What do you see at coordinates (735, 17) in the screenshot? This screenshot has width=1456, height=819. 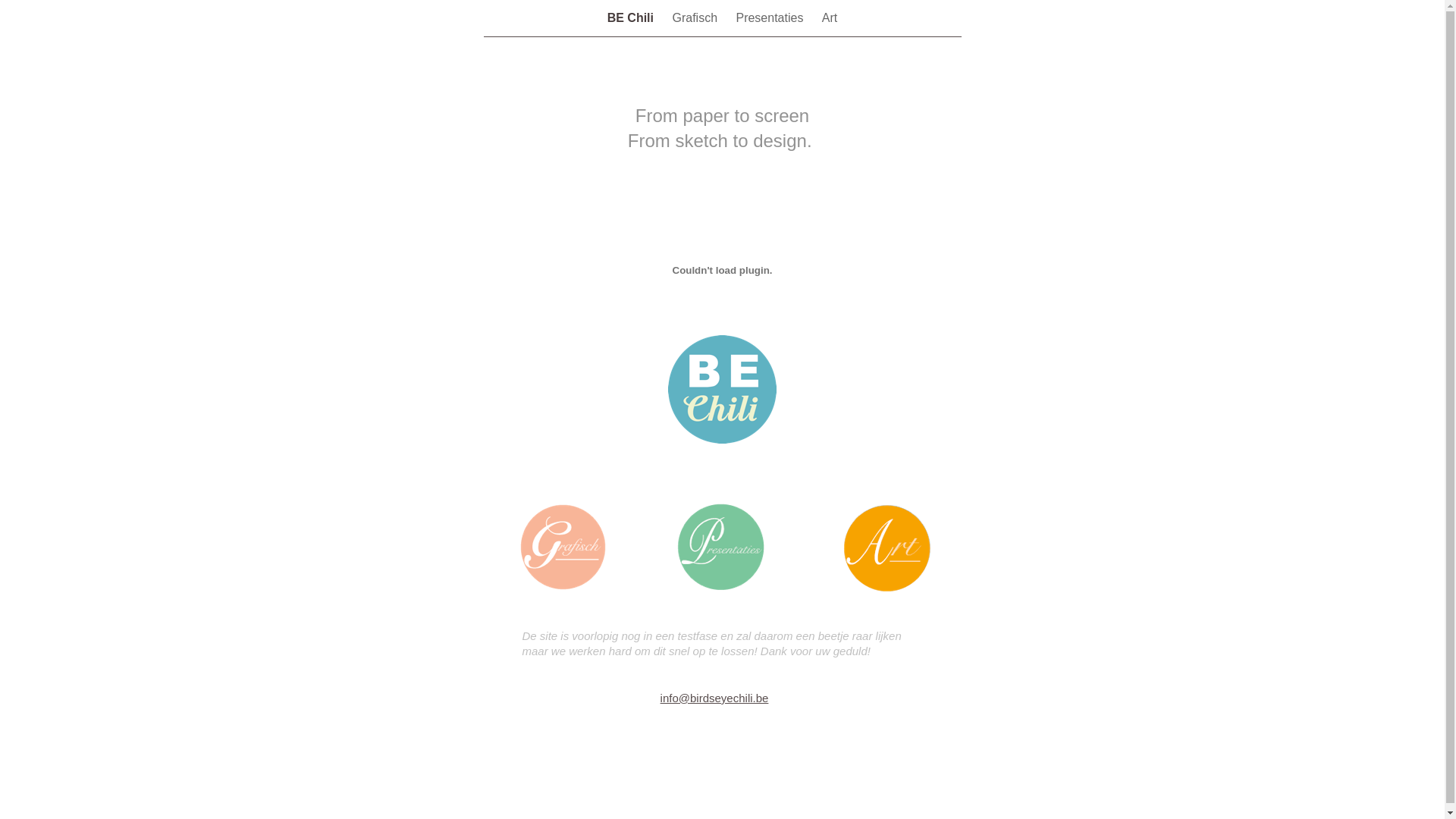 I see `'Presentaties'` at bounding box center [735, 17].